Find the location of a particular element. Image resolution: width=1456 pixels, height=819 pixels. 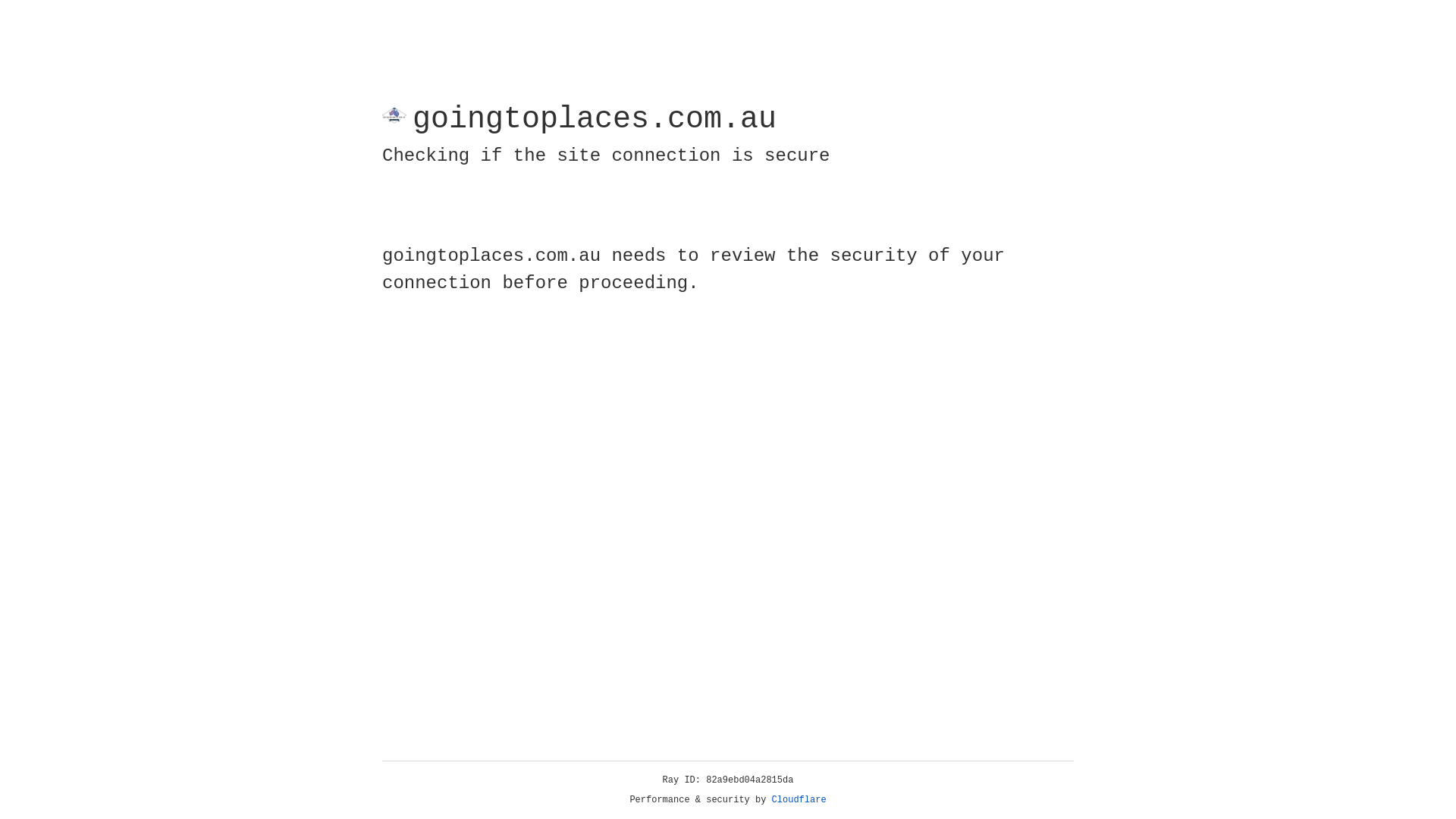

'Cloudflare' is located at coordinates (799, 799).